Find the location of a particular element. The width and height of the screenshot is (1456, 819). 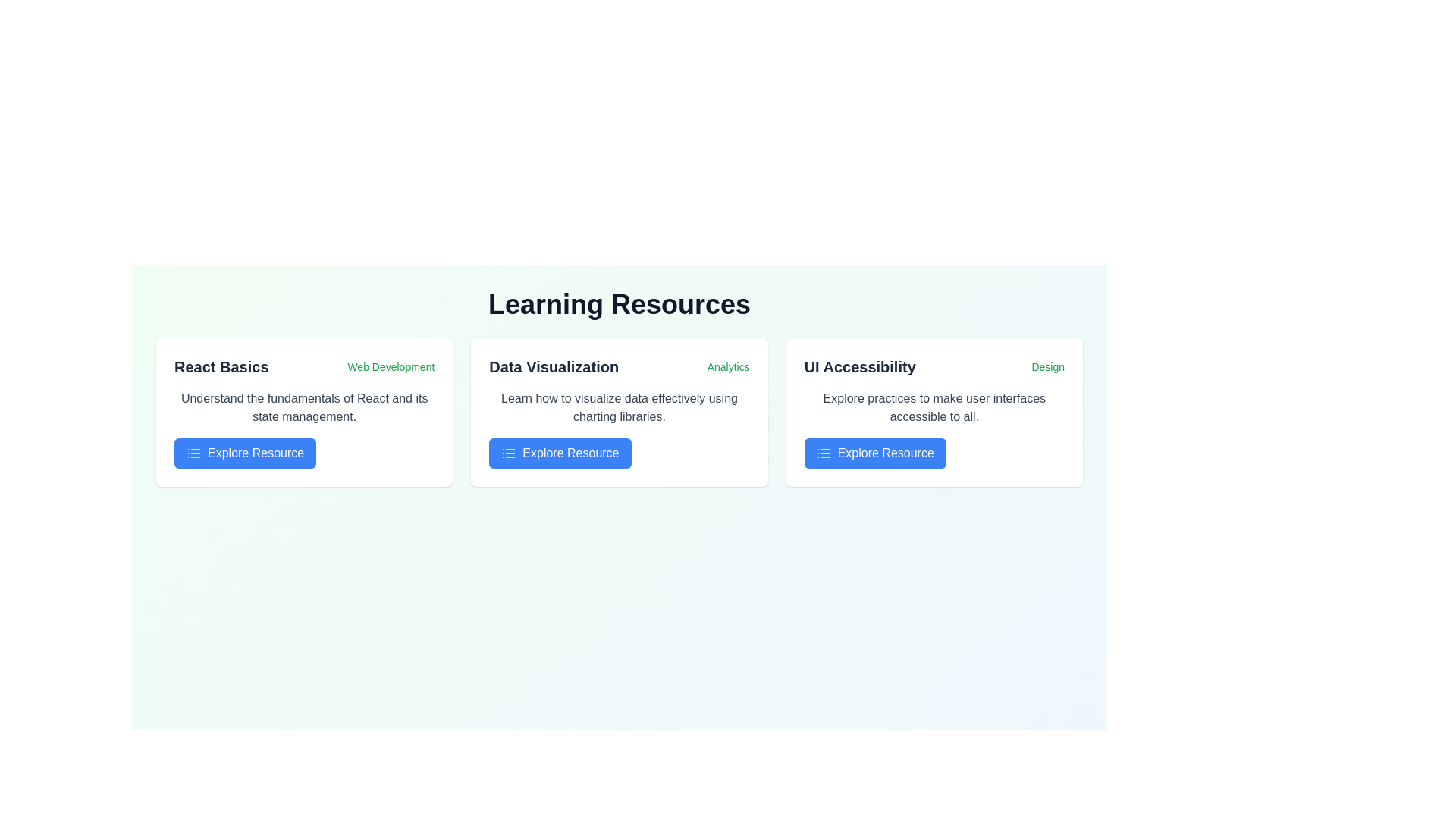

displayed text on the second card in the grid that provides information about resources for learning data visualization is located at coordinates (619, 412).